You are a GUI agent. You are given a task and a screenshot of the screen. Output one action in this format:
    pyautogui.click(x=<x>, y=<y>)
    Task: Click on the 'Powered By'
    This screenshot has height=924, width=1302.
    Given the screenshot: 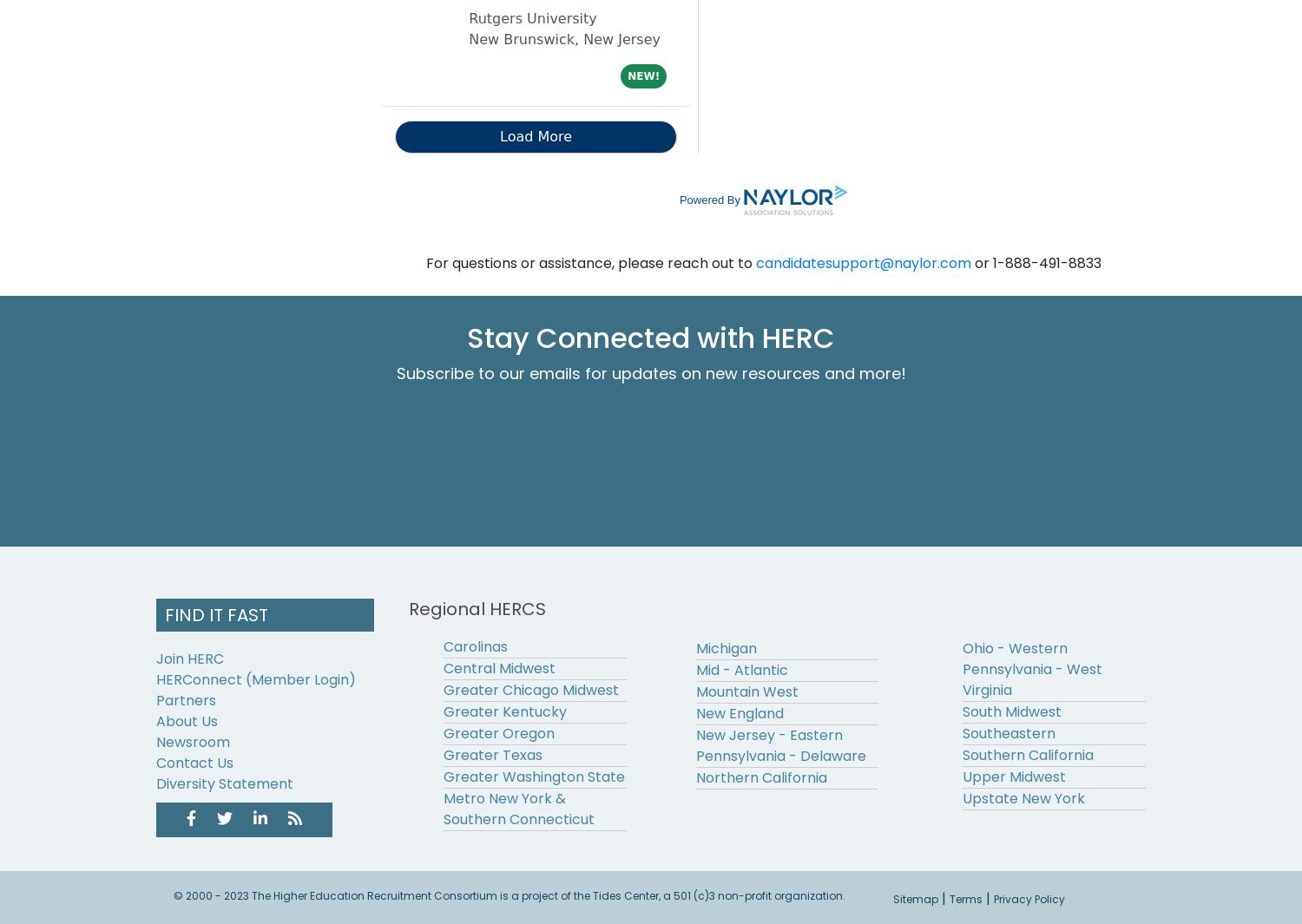 What is the action you would take?
    pyautogui.click(x=708, y=198)
    